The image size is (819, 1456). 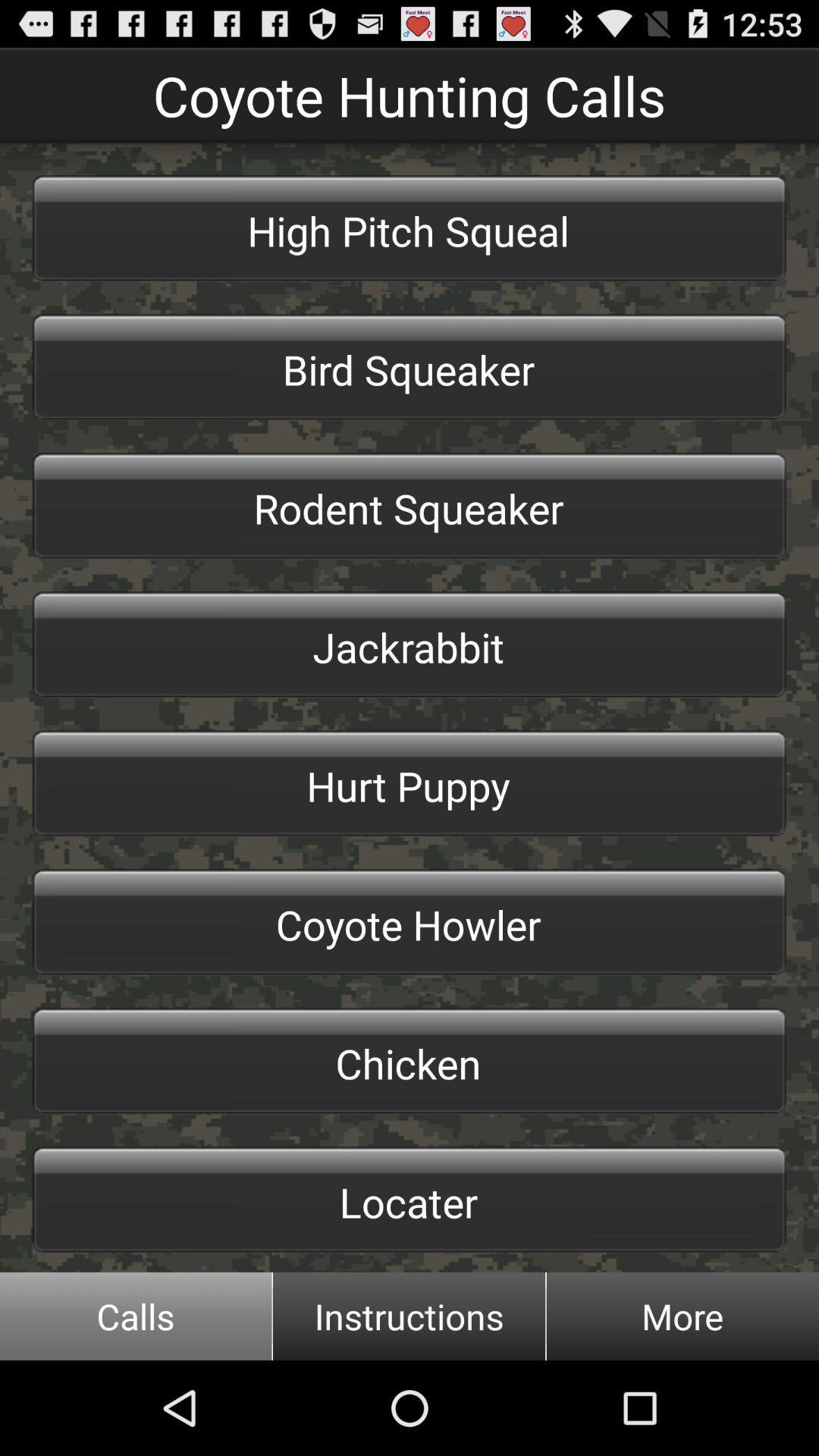 I want to click on hurt puppy button, so click(x=409, y=783).